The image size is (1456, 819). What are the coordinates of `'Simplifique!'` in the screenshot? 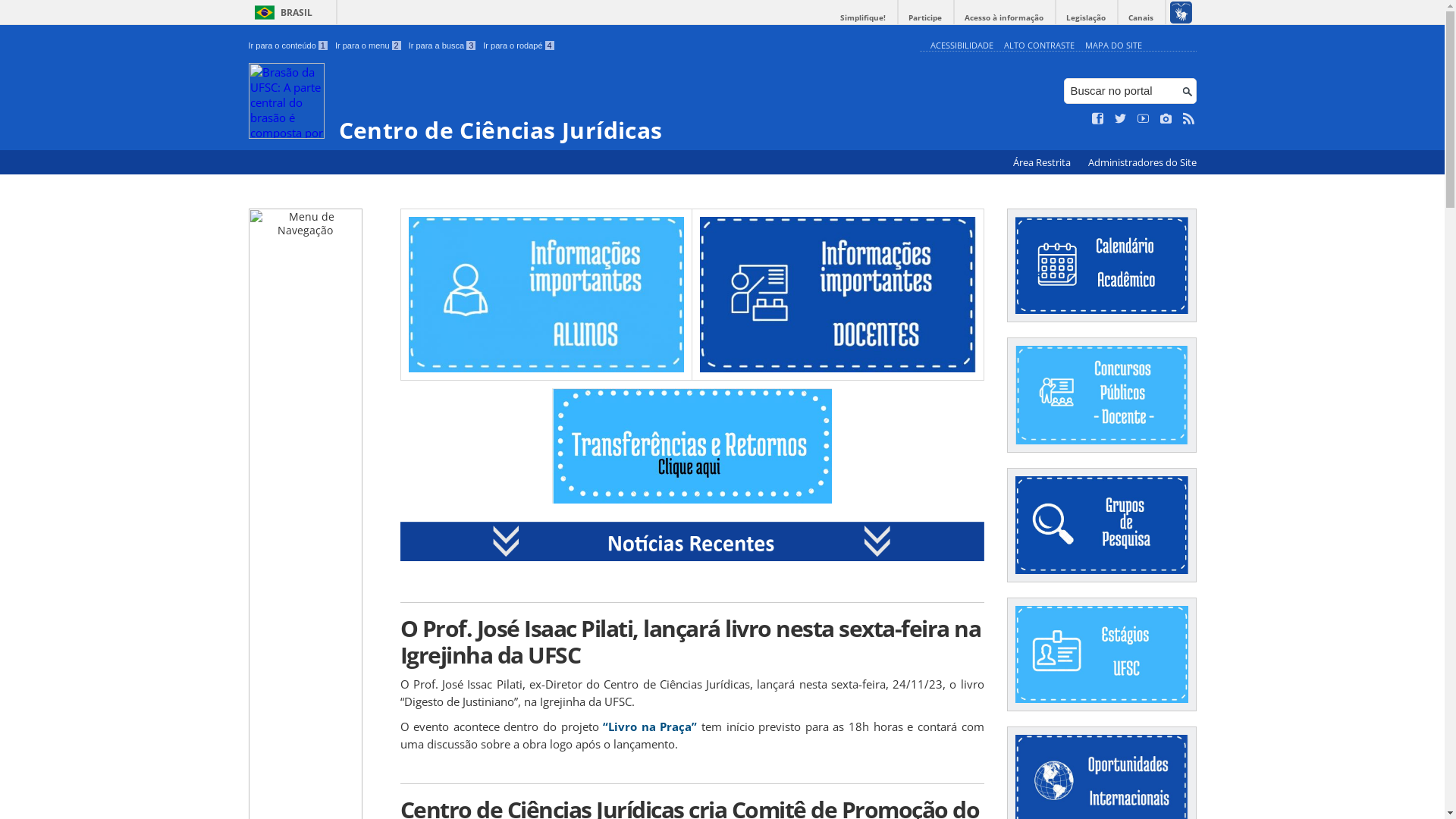 It's located at (862, 17).